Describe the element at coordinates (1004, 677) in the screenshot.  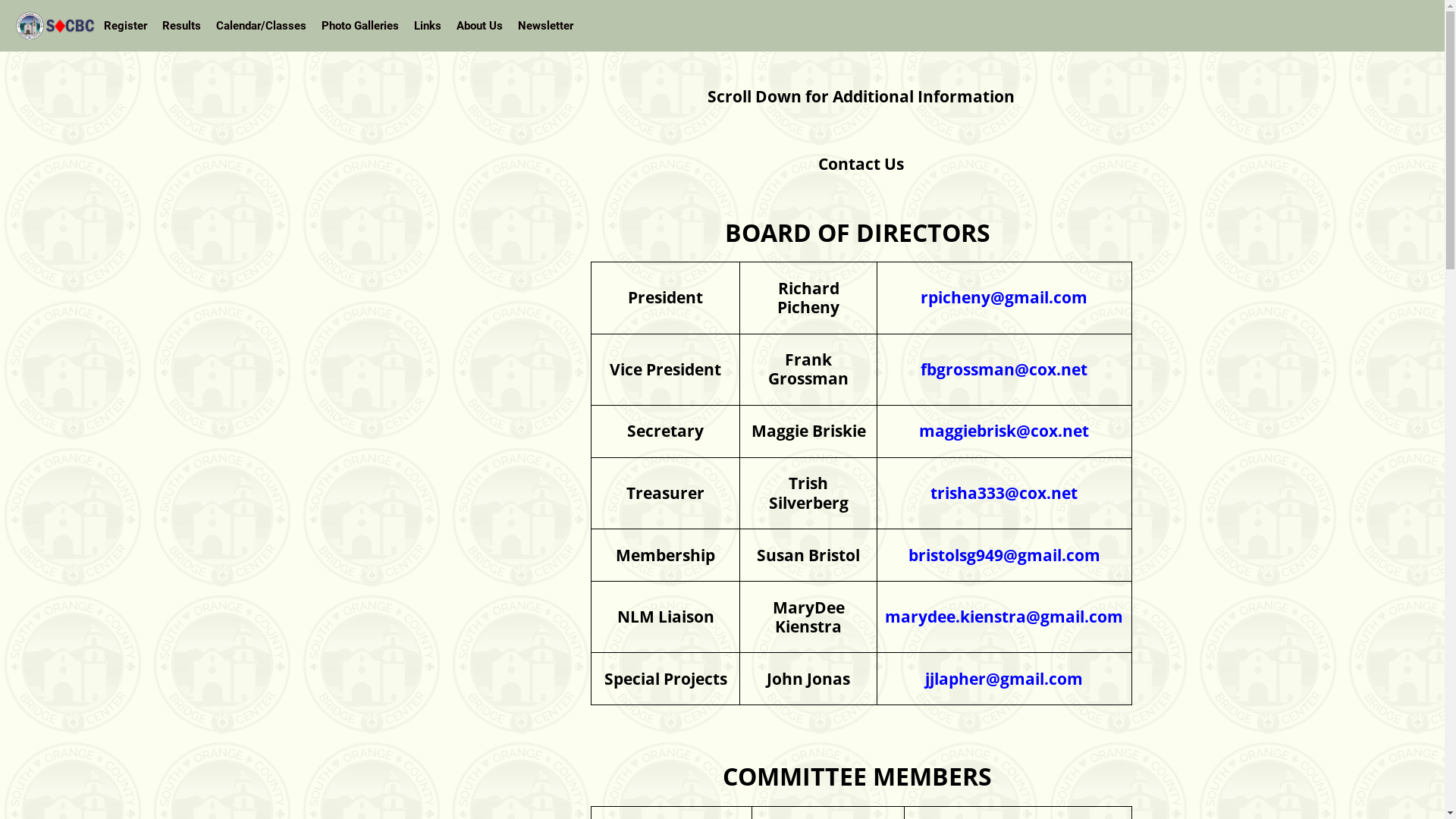
I see `'jjlapher@gmail.com'` at that location.